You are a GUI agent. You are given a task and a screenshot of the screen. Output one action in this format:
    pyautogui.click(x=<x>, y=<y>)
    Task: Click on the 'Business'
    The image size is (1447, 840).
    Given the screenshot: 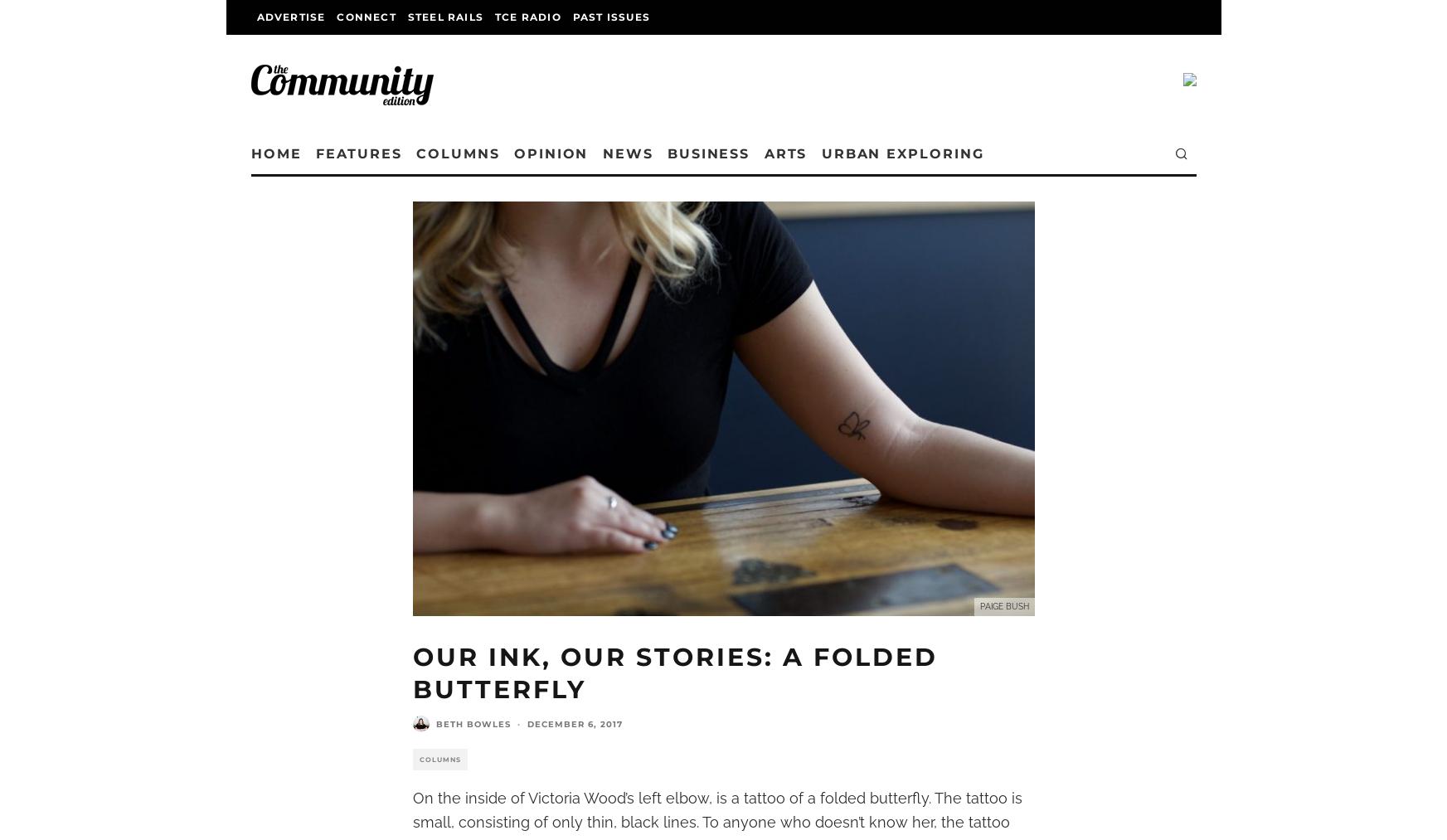 What is the action you would take?
    pyautogui.click(x=793, y=153)
    